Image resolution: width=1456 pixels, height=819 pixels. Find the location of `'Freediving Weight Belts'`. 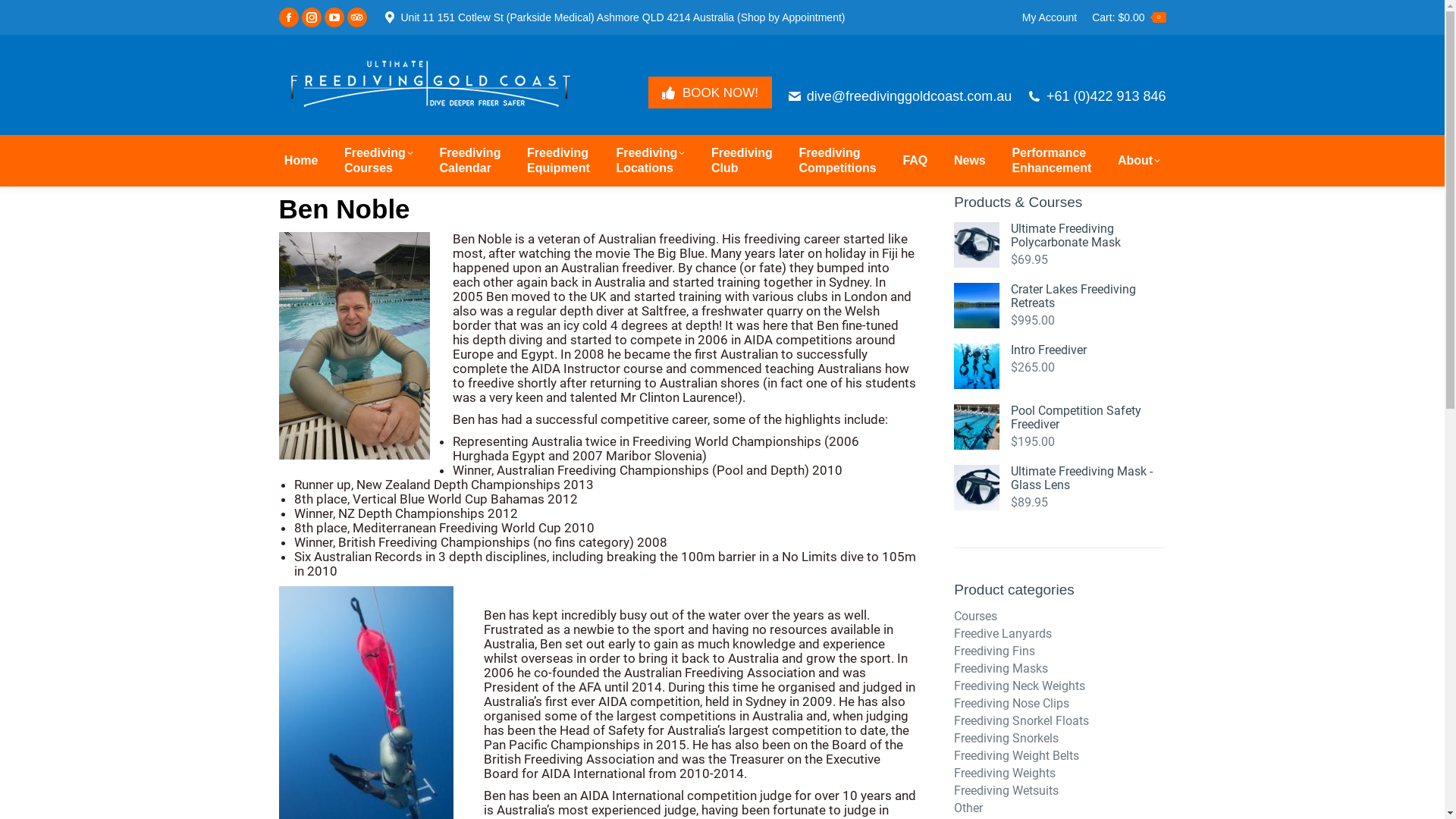

'Freediving Weight Belts' is located at coordinates (1016, 755).